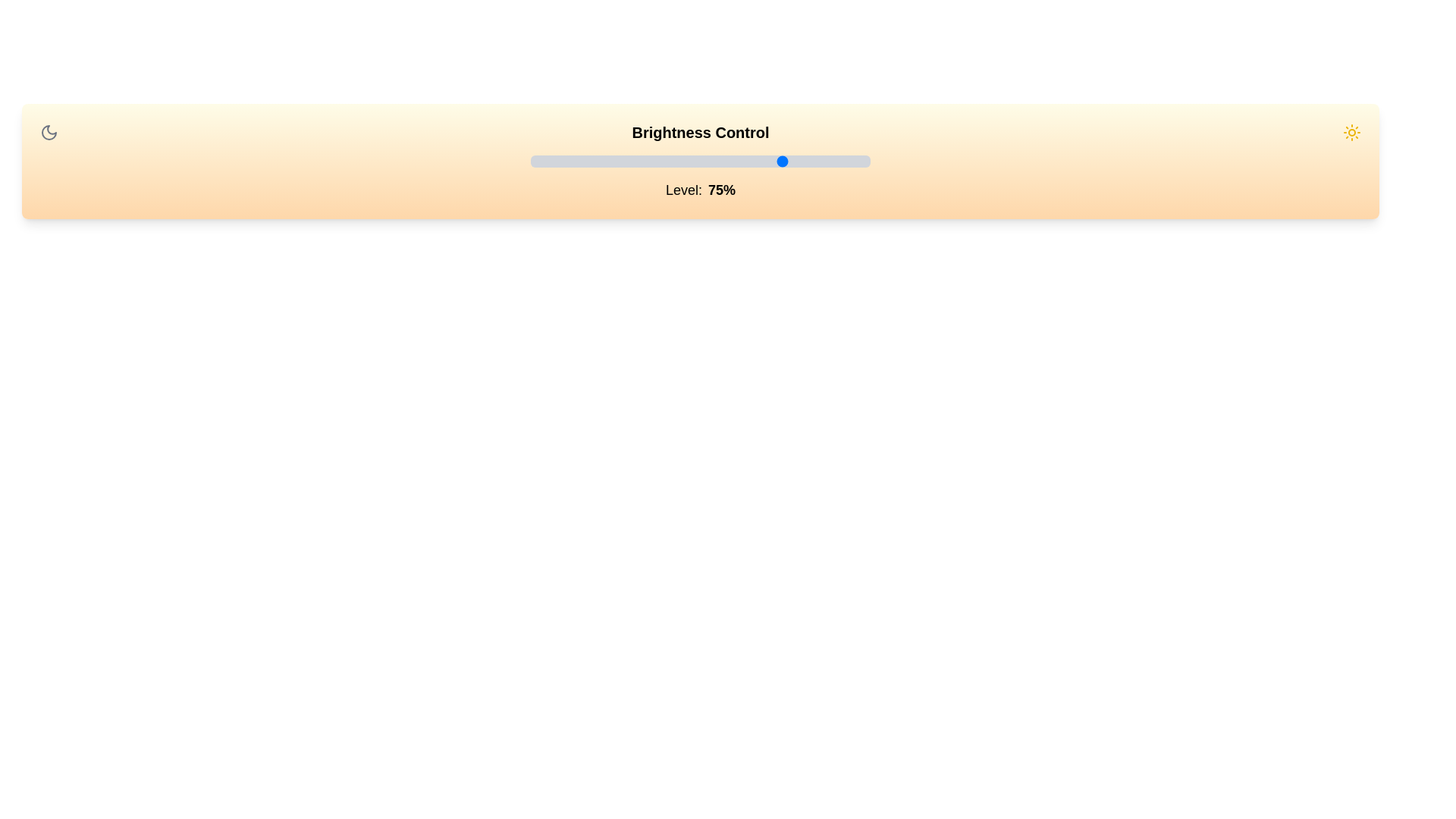 The width and height of the screenshot is (1456, 819). Describe the element at coordinates (700, 161) in the screenshot. I see `the slider input field by clicking on its center` at that location.